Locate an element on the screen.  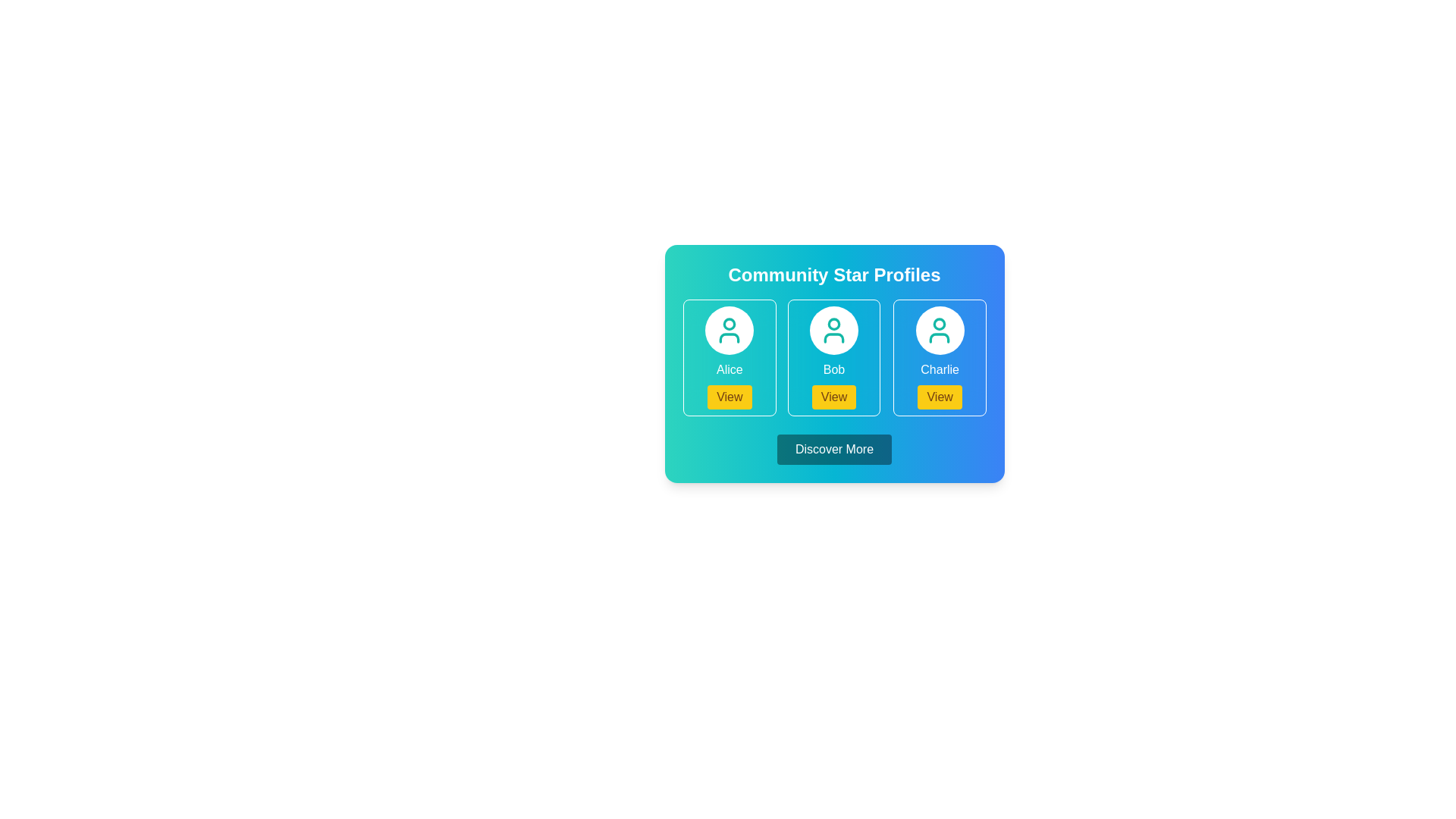
the non-interactive text label displaying the name 'Charlie', which is located directly above the yellow 'View' button in the rightmost column of a three-column grid layout is located at coordinates (939, 370).